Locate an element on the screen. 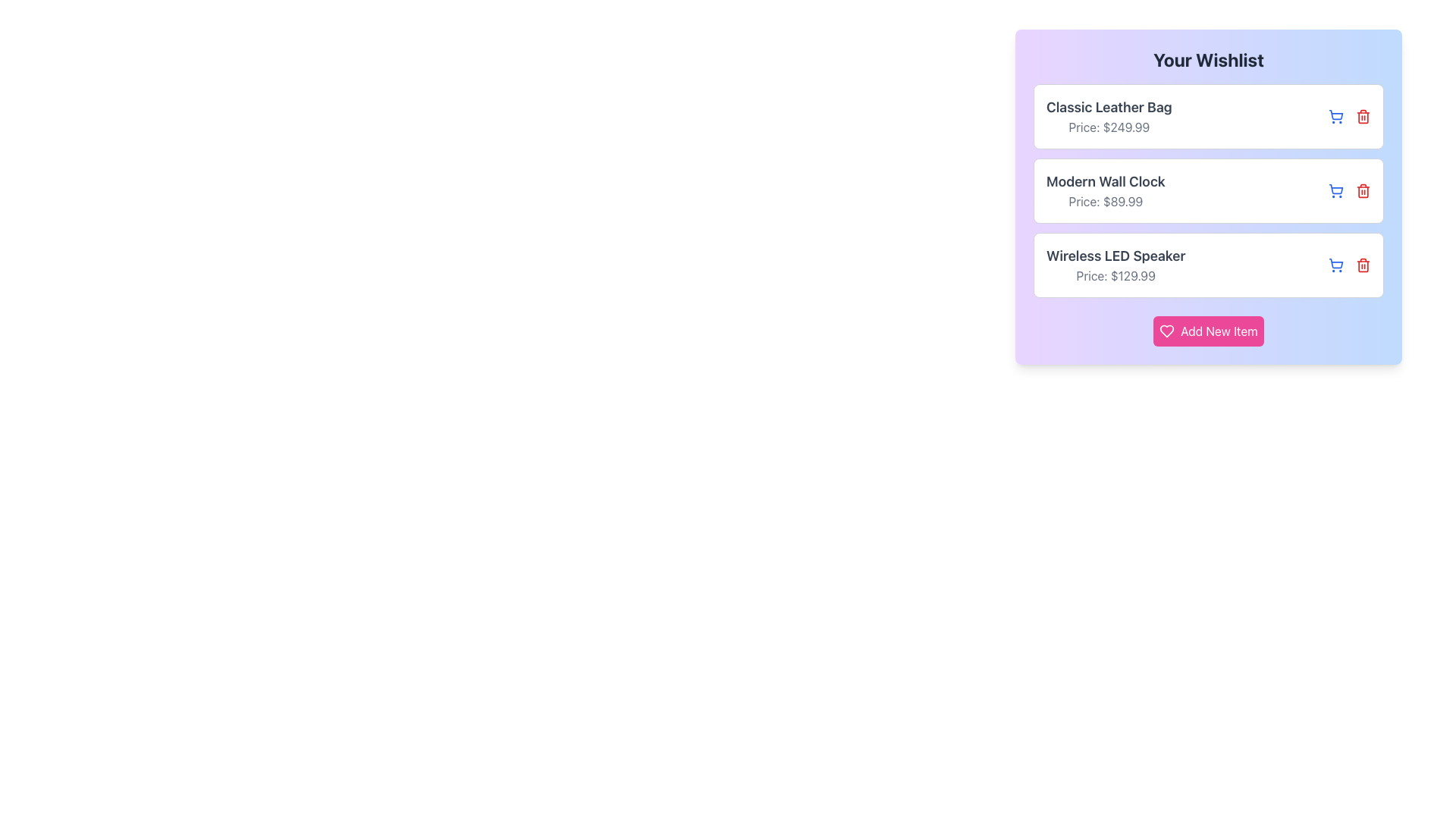  price information displayed in the Text Label for the 'Classic Leather Bag' located below its title in the wishlist interface is located at coordinates (1109, 127).